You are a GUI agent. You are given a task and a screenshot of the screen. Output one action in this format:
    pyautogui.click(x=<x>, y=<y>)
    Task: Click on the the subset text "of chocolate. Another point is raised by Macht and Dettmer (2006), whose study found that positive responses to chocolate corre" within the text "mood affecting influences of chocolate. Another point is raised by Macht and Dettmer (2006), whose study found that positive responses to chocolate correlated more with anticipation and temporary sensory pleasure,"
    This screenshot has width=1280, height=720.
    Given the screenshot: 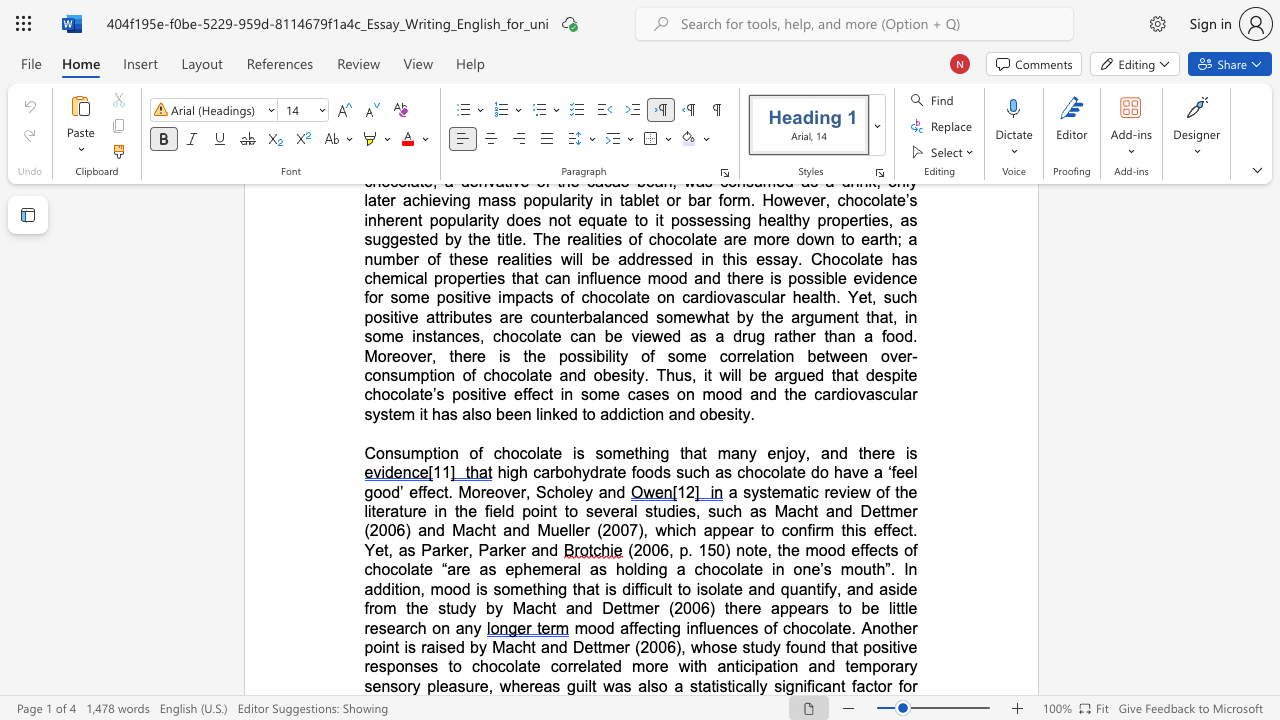 What is the action you would take?
    pyautogui.click(x=763, y=627)
    